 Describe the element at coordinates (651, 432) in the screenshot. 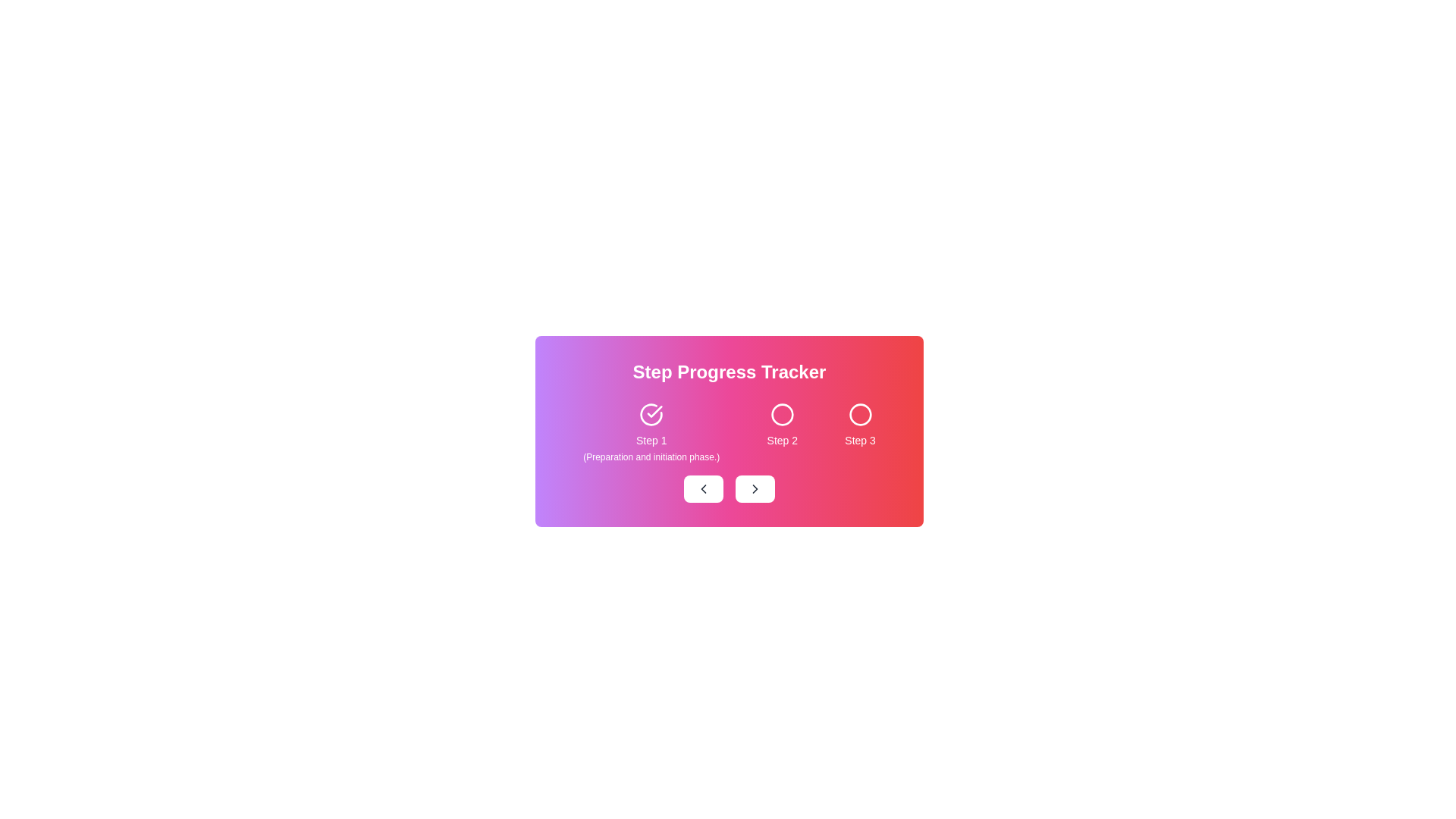

I see `the status of the first Progress Tracker Item labeled 'Step 1', which has been completed and shows a checkmark icon` at that location.